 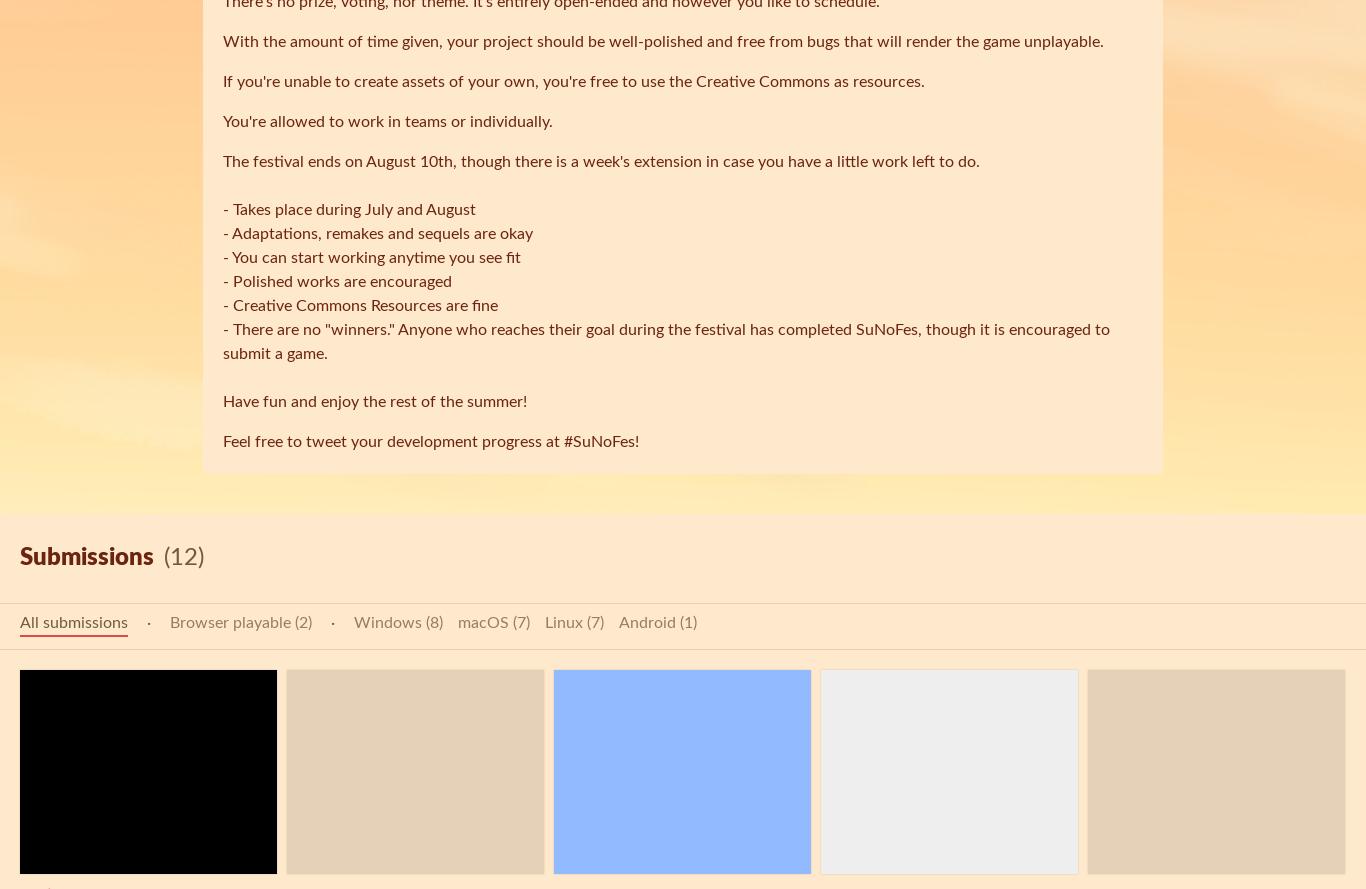 I want to click on 'Submissions', so click(x=87, y=558).